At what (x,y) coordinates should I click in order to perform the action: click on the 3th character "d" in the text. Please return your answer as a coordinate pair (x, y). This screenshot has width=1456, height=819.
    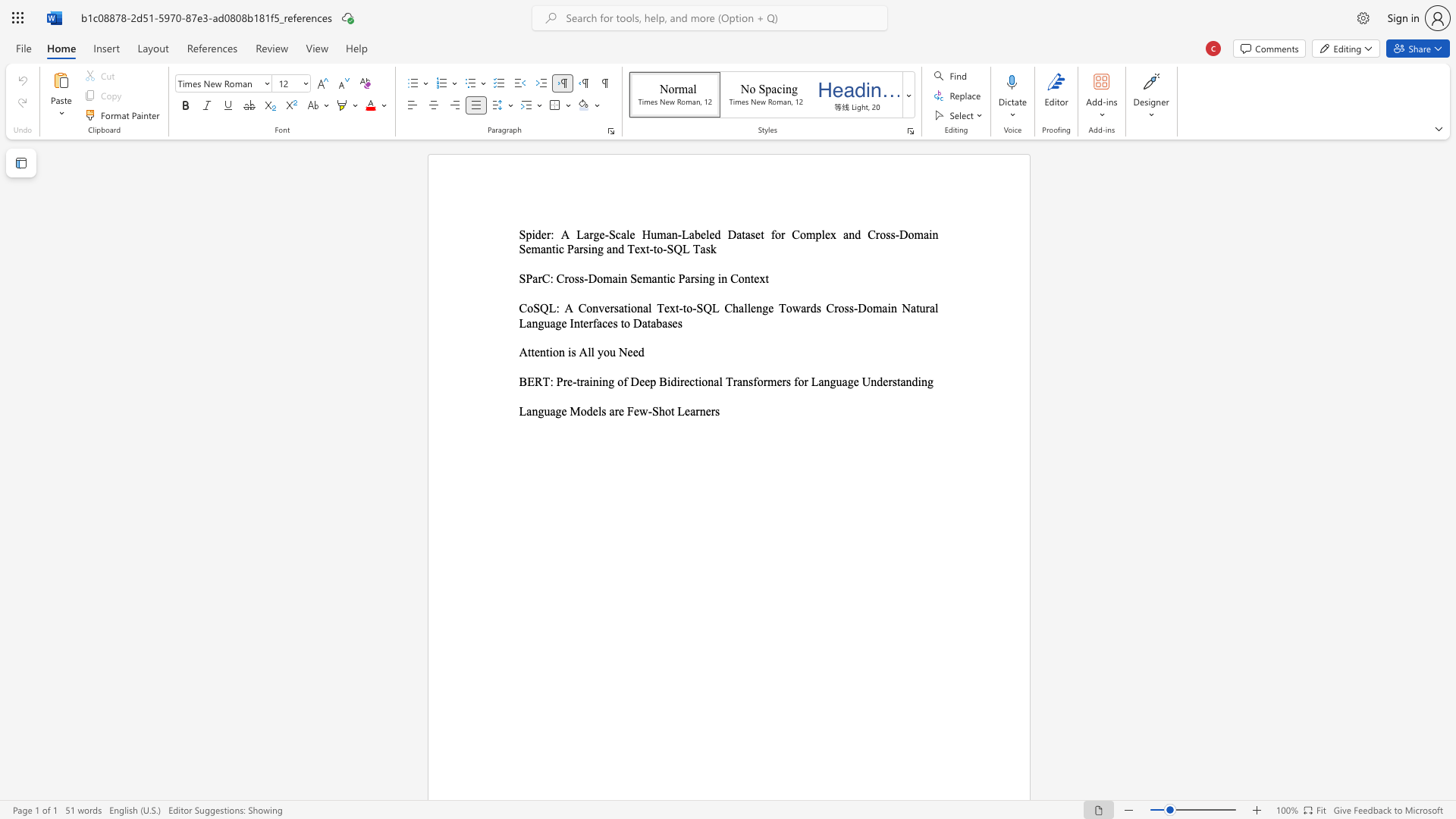
    Looking at the image, I should click on (914, 381).